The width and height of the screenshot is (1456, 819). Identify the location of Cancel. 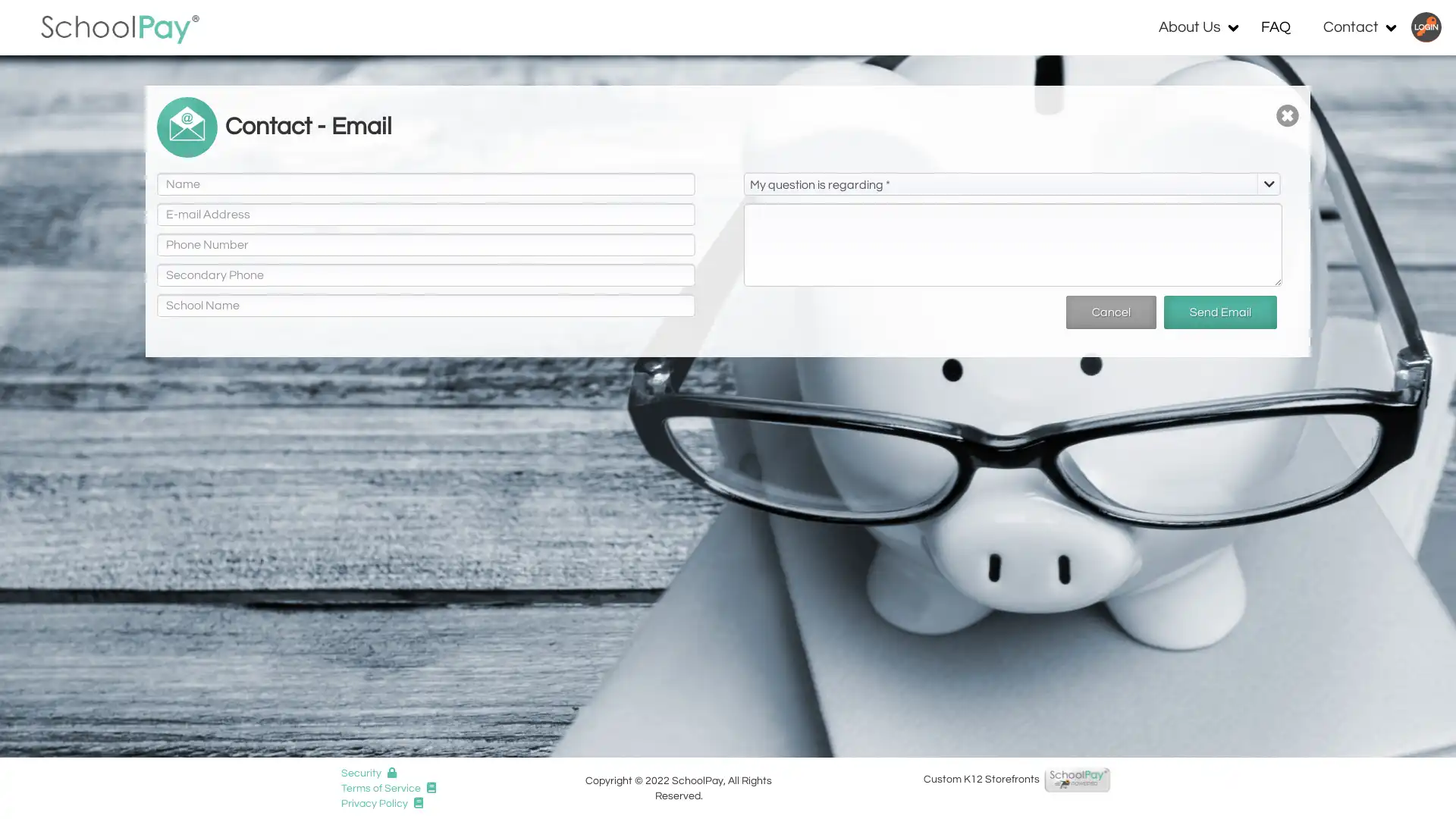
(1110, 312).